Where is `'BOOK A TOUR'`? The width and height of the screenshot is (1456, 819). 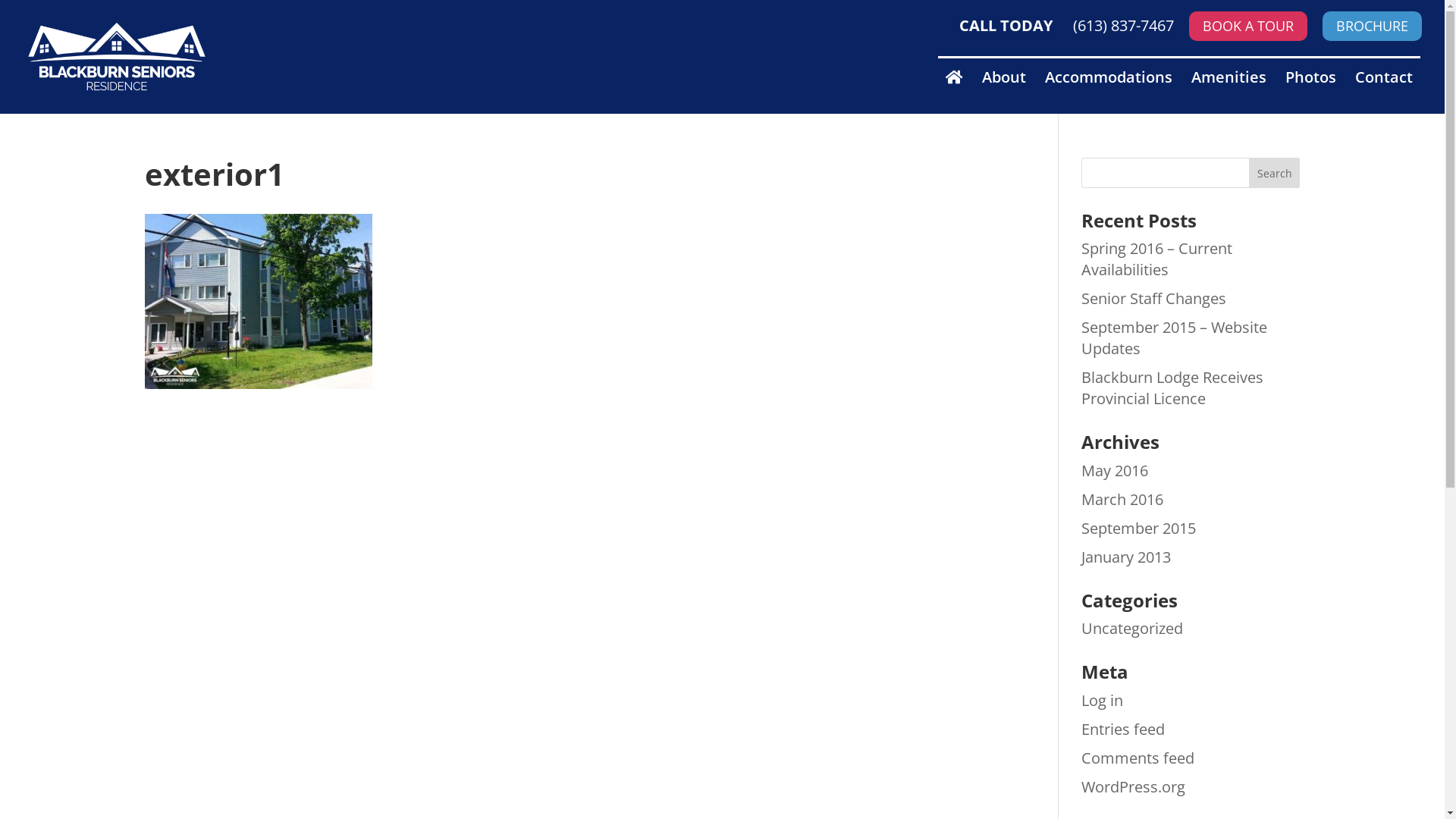 'BOOK A TOUR' is located at coordinates (1248, 26).